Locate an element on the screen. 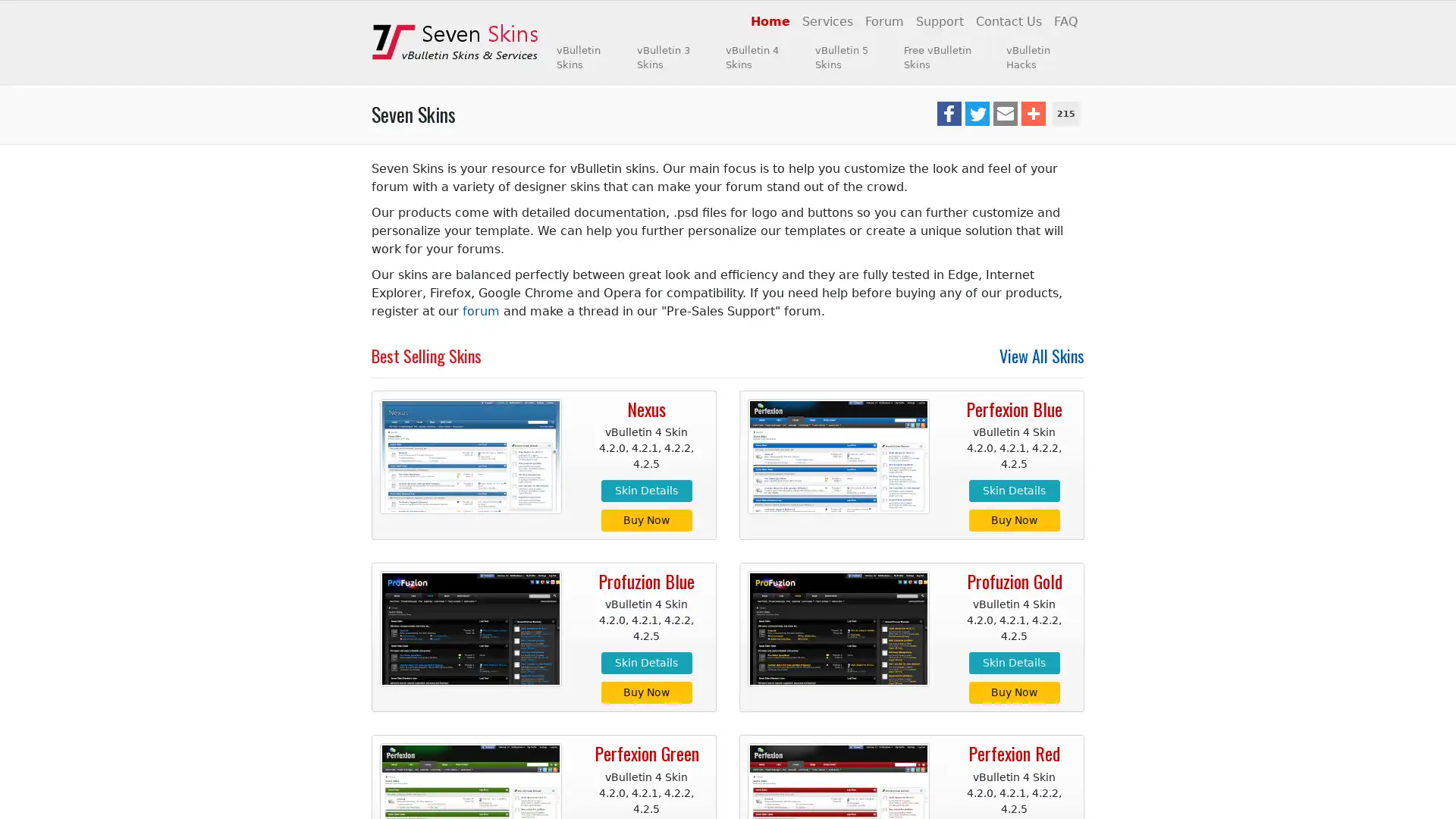  Buy Now is located at coordinates (645, 519).